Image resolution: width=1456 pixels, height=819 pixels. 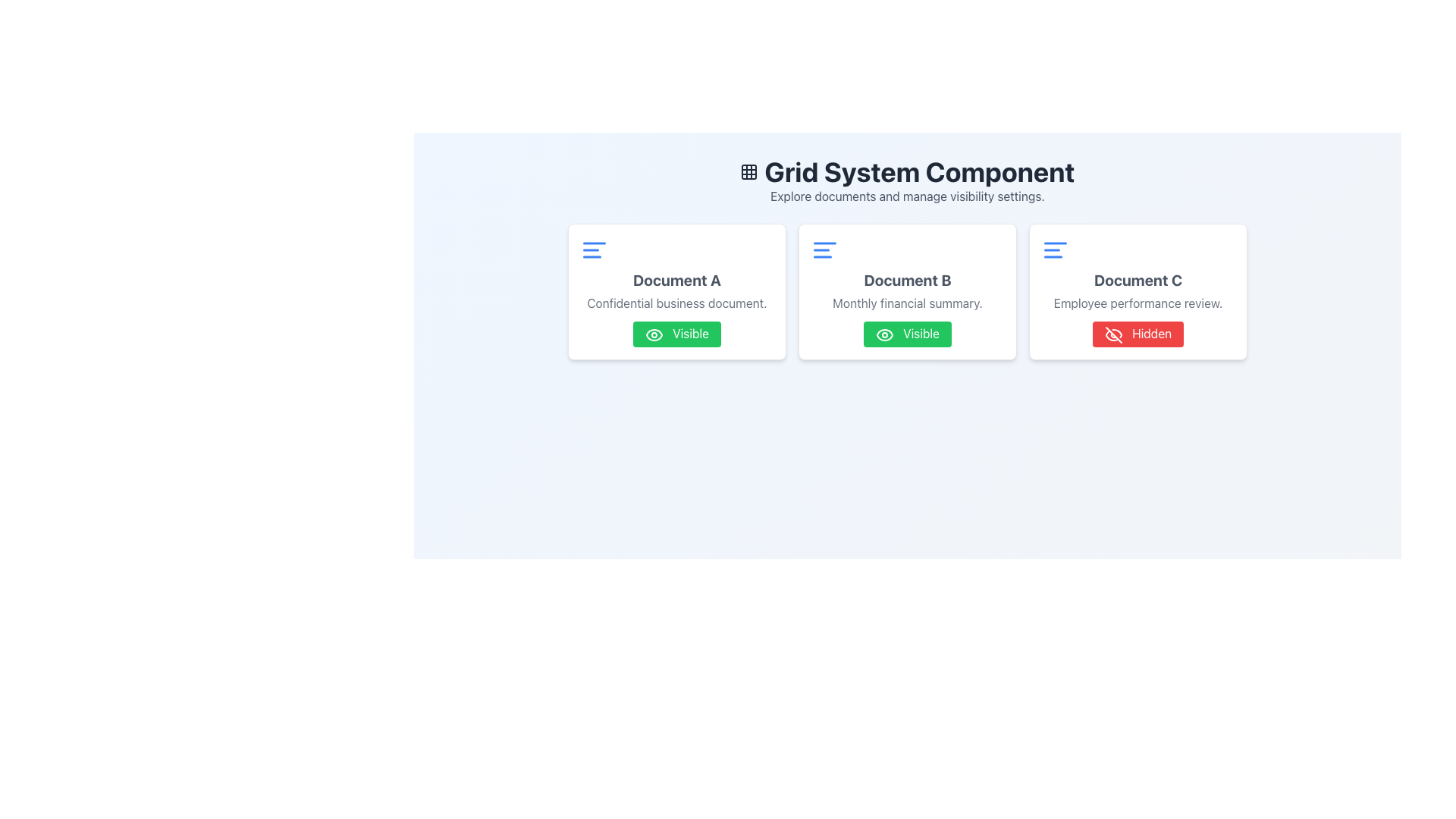 I want to click on the interactive button at the bottom of the 'Document A' card, so click(x=676, y=333).